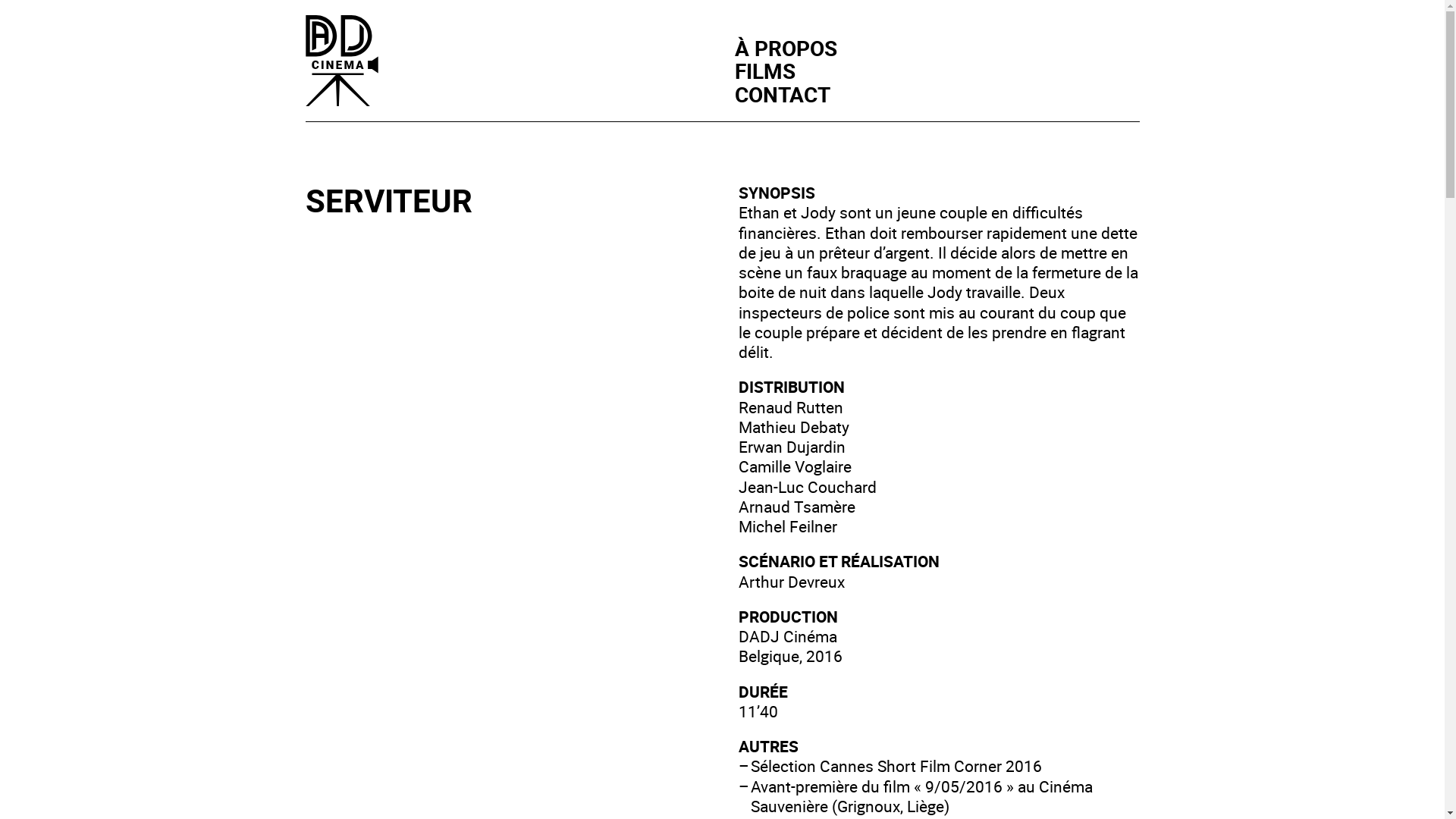 The width and height of the screenshot is (1456, 819). I want to click on 'FILMS', so click(764, 70).